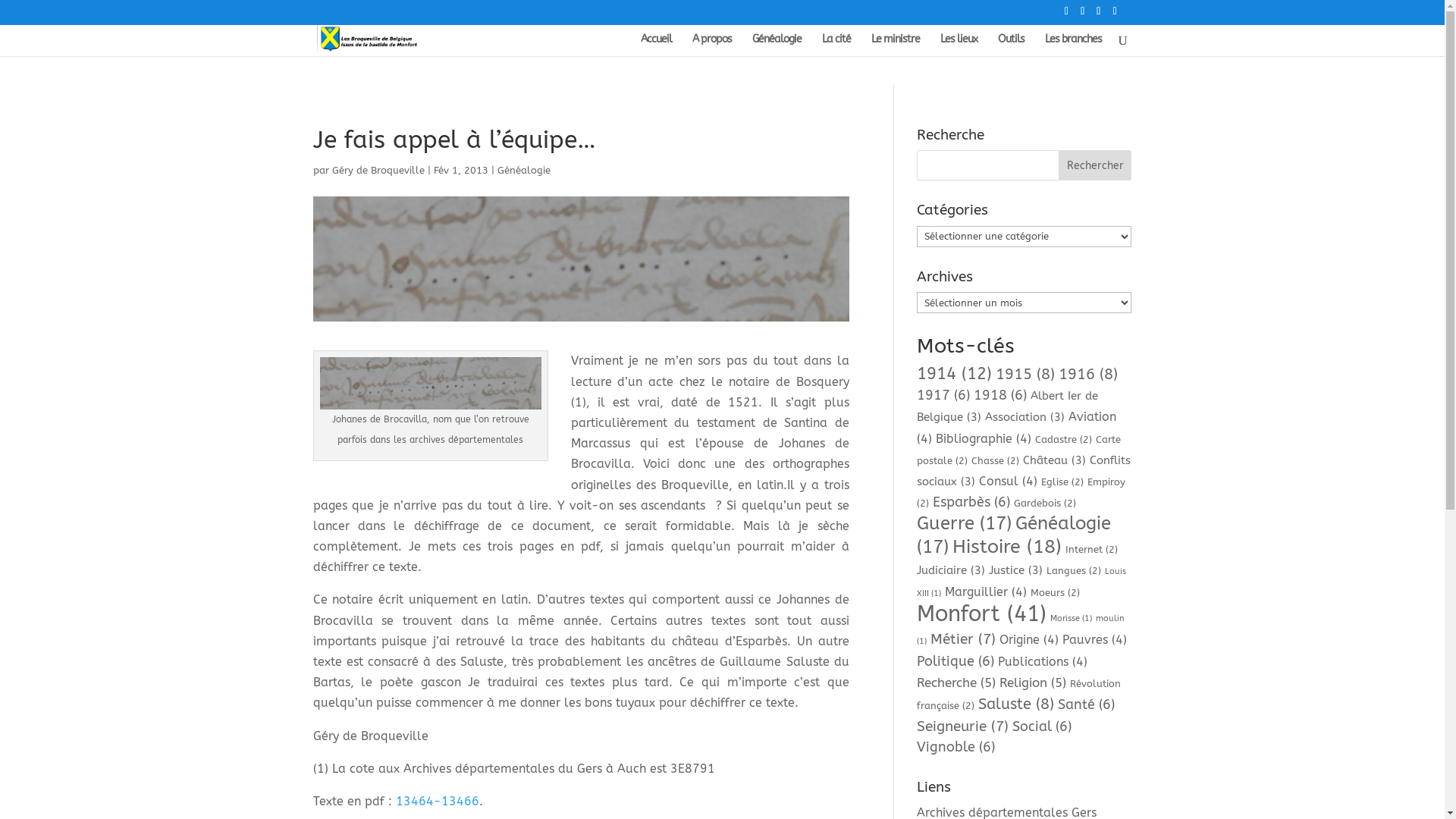 The width and height of the screenshot is (1456, 819). I want to click on 'Eglise (2)', so click(1062, 482).